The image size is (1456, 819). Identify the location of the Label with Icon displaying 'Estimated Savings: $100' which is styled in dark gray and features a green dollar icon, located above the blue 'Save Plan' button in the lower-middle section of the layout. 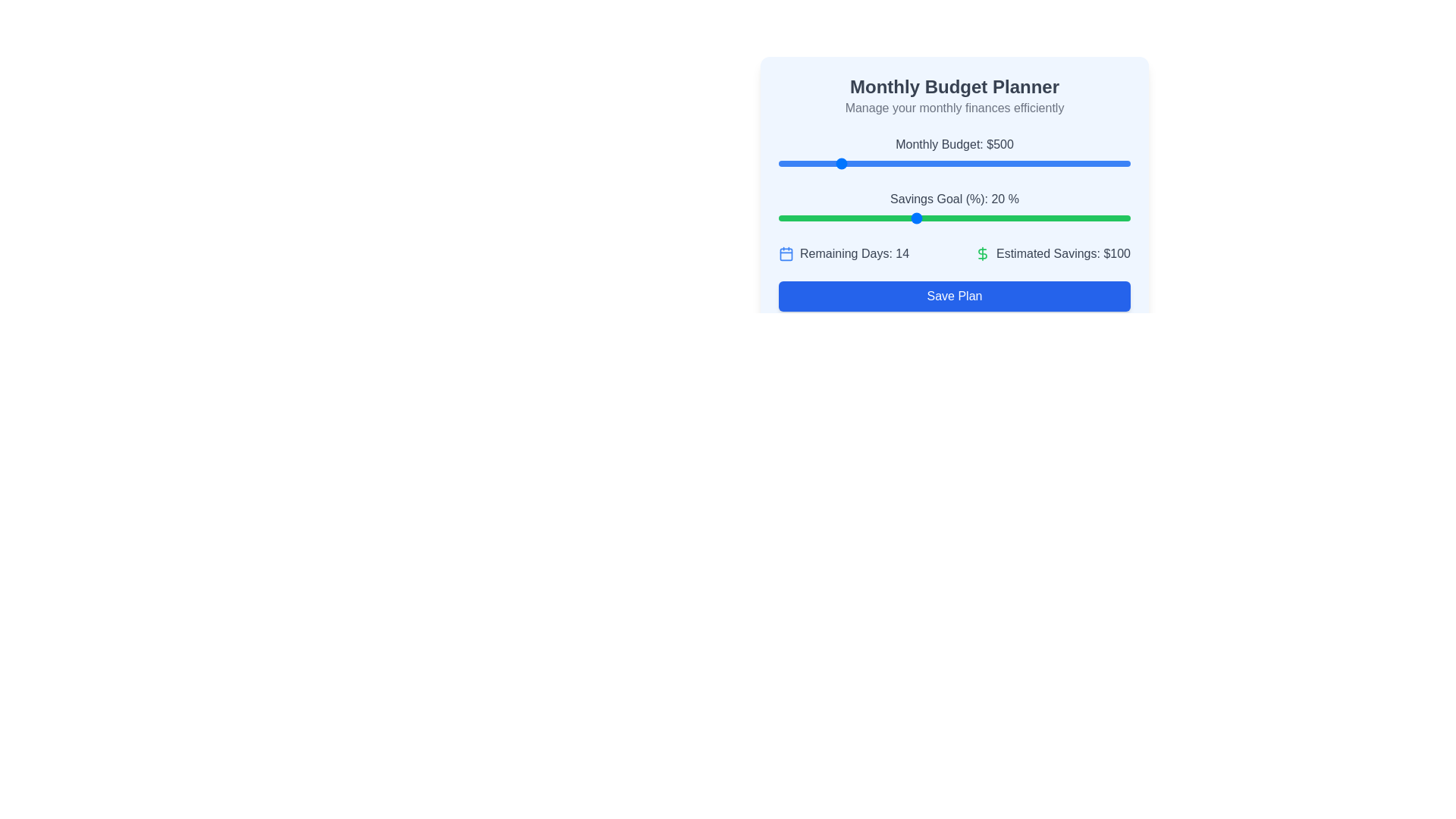
(1052, 253).